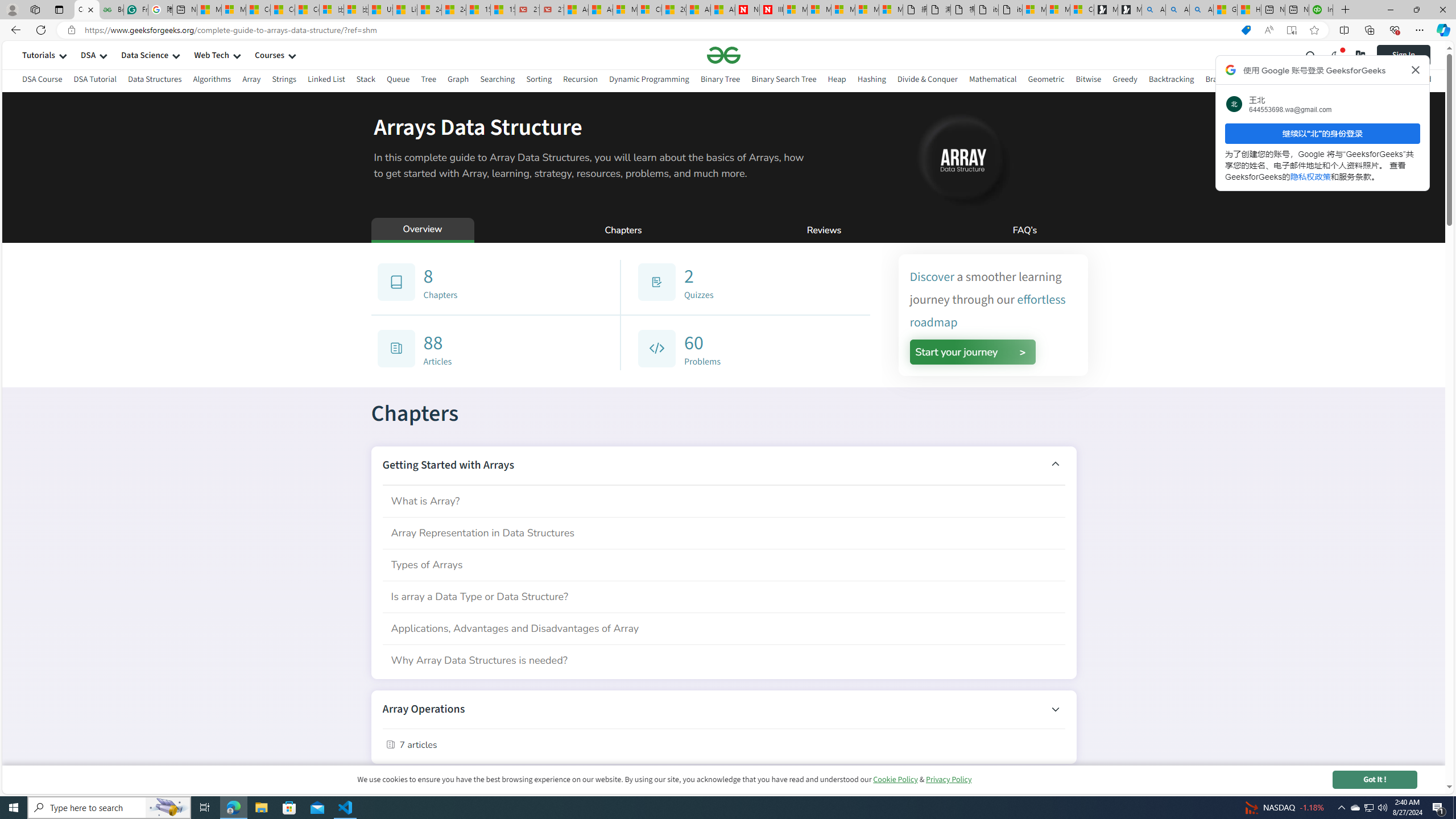 This screenshot has height=819, width=1456. What do you see at coordinates (1170, 80) in the screenshot?
I see `'Backtracking'` at bounding box center [1170, 80].